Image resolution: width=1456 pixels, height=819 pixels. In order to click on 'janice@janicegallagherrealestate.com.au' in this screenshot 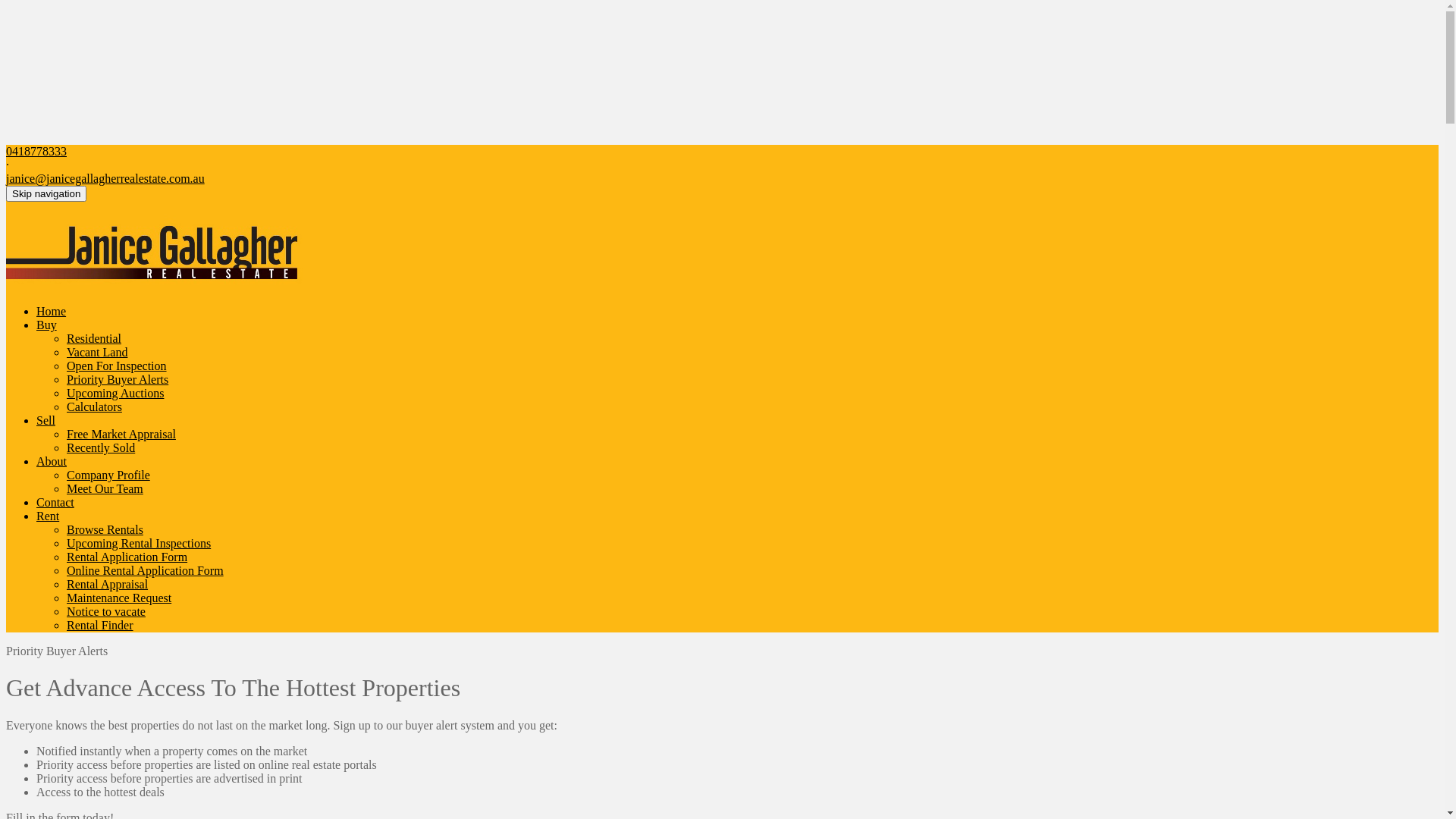, I will do `click(6, 177)`.